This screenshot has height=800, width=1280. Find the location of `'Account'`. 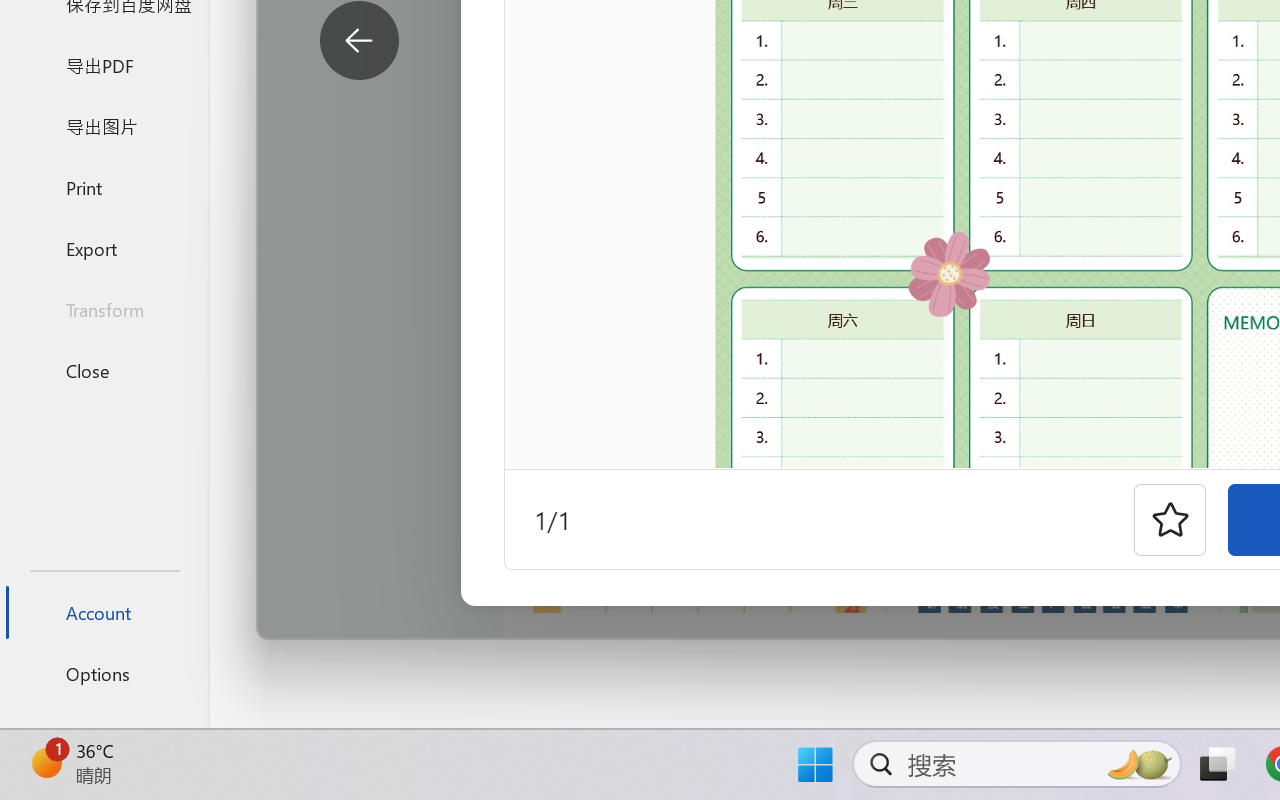

'Account' is located at coordinates (103, 612).